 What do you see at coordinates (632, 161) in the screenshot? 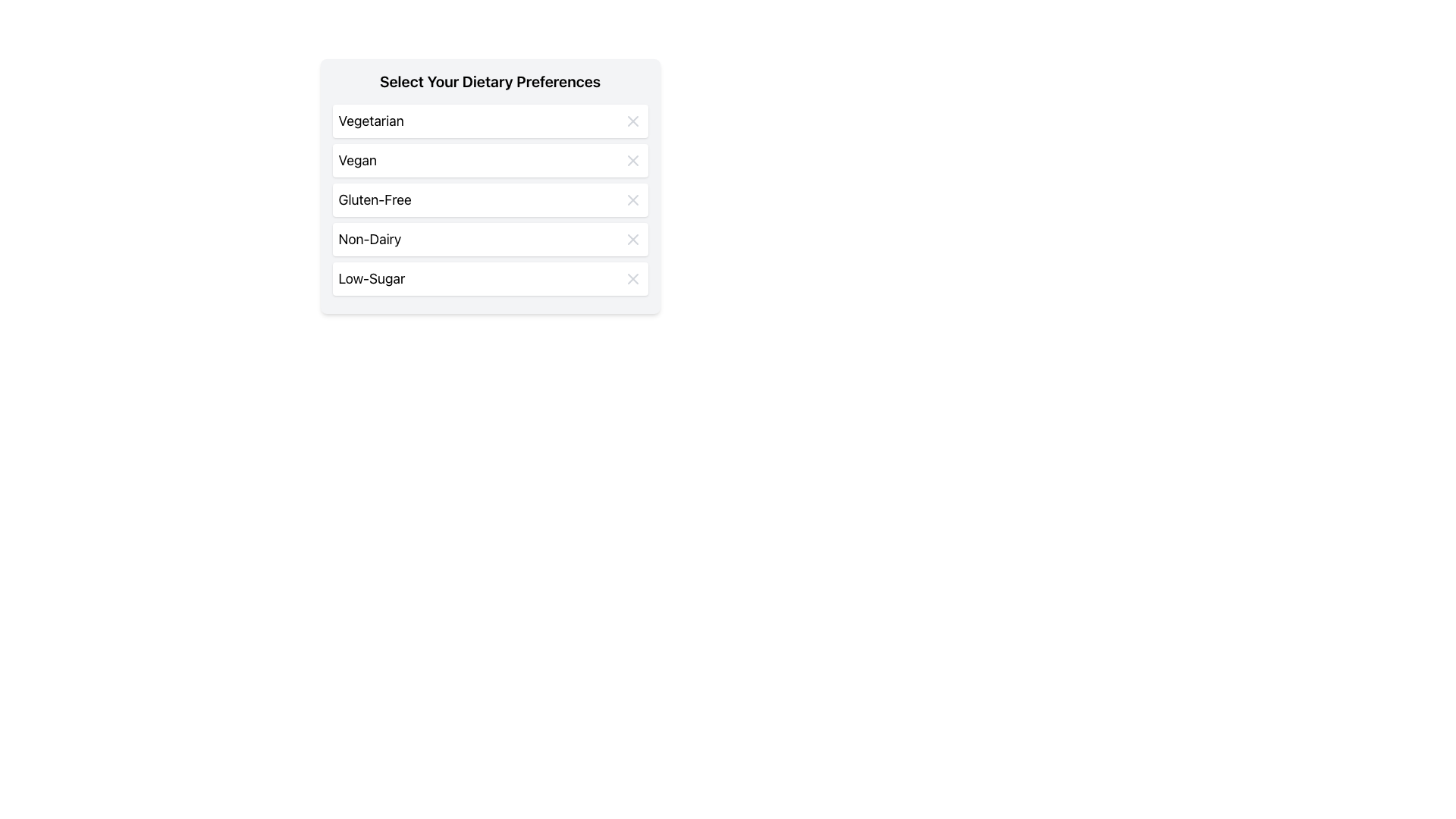
I see `the small X icon located to the right of the 'Vegan' dietary preference label` at bounding box center [632, 161].